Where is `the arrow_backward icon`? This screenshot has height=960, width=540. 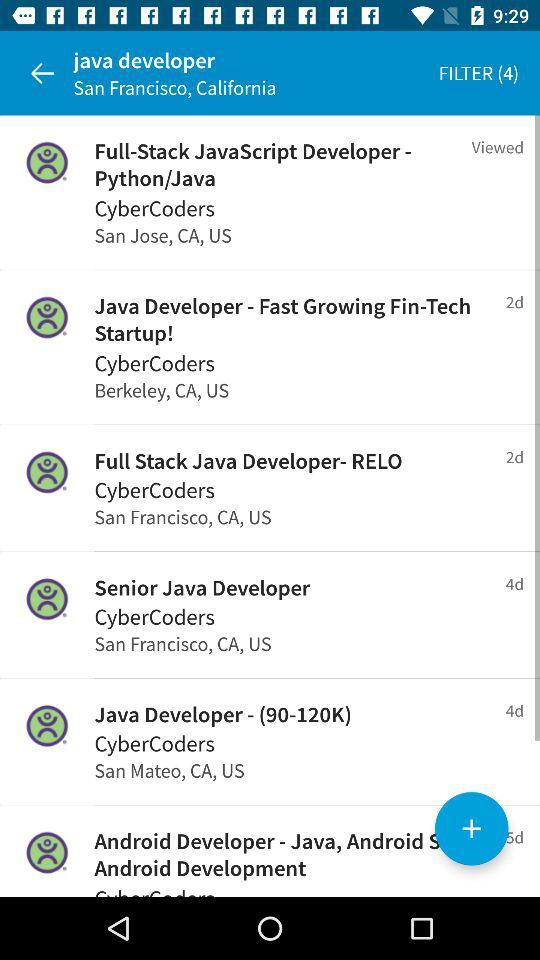
the arrow_backward icon is located at coordinates (42, 73).